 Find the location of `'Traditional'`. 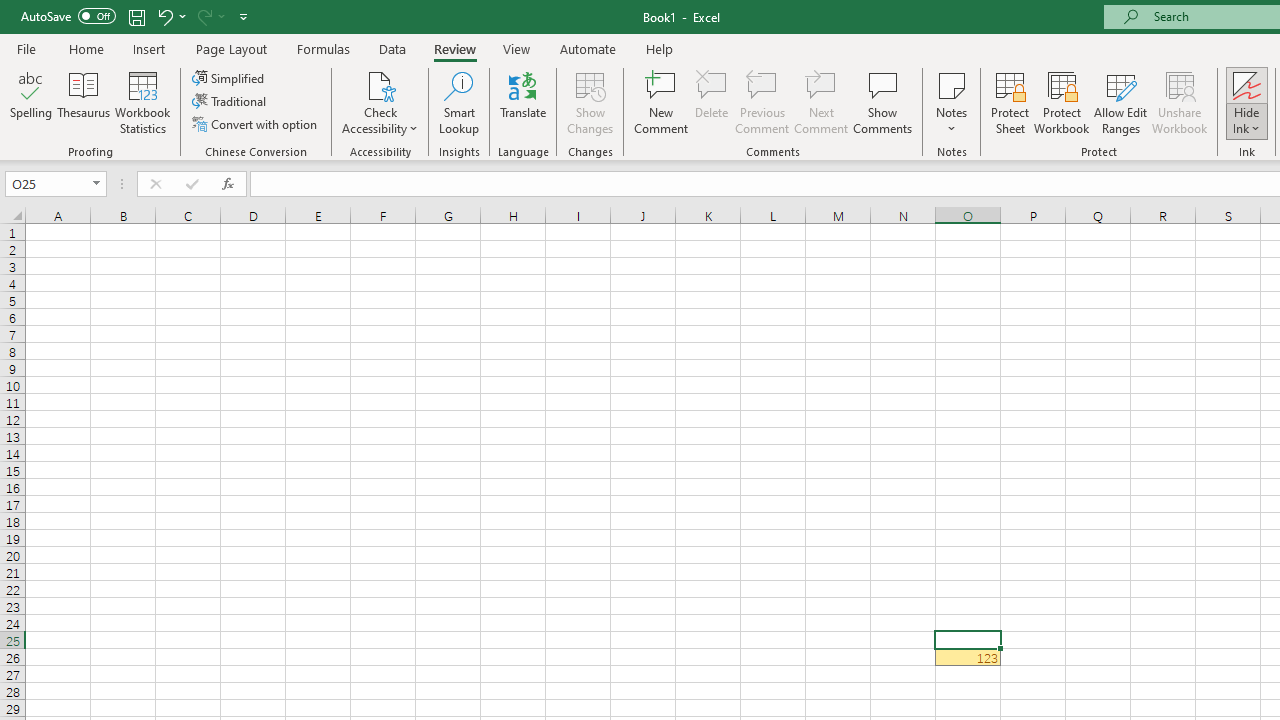

'Traditional' is located at coordinates (231, 101).